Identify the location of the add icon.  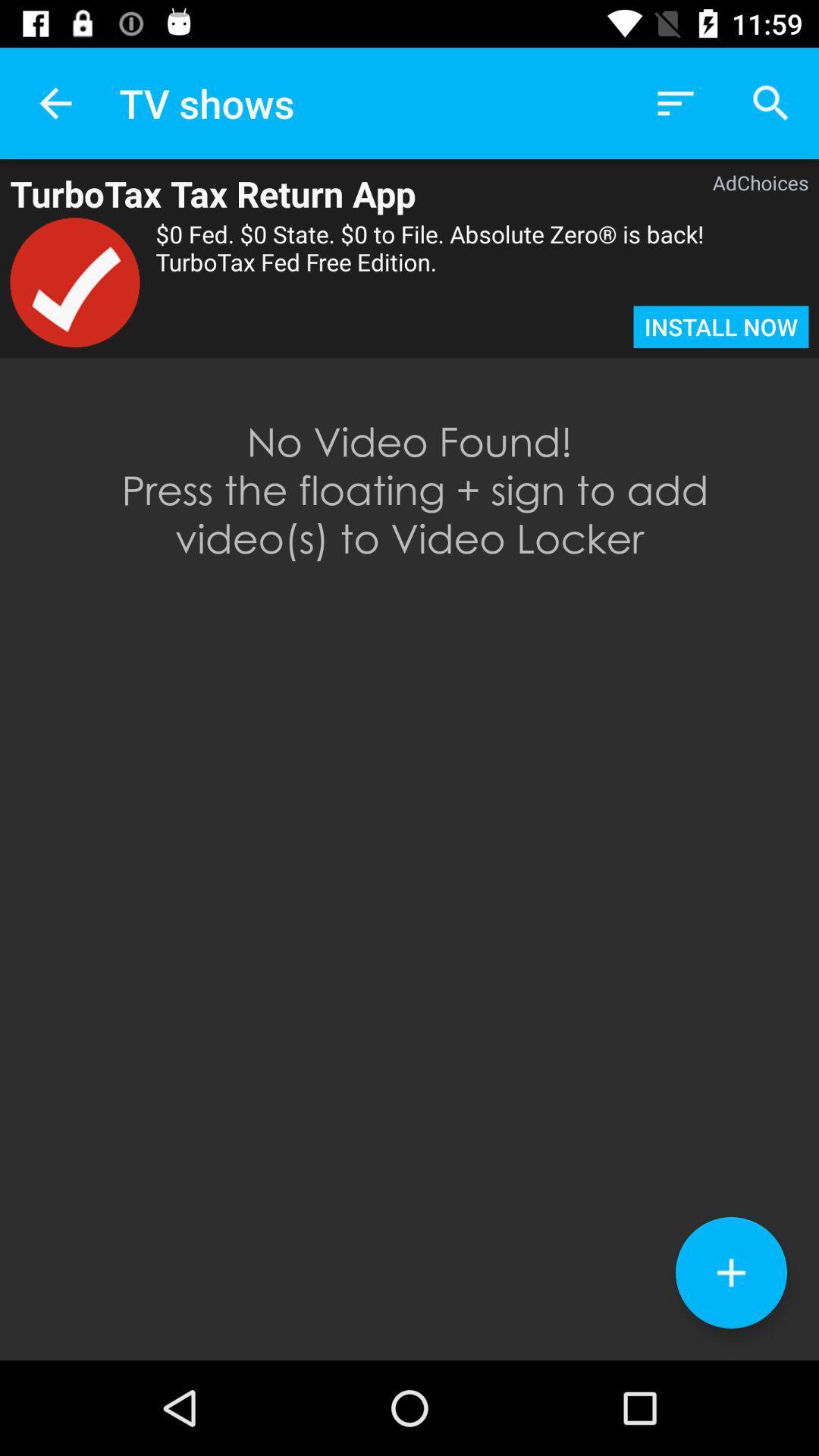
(730, 1272).